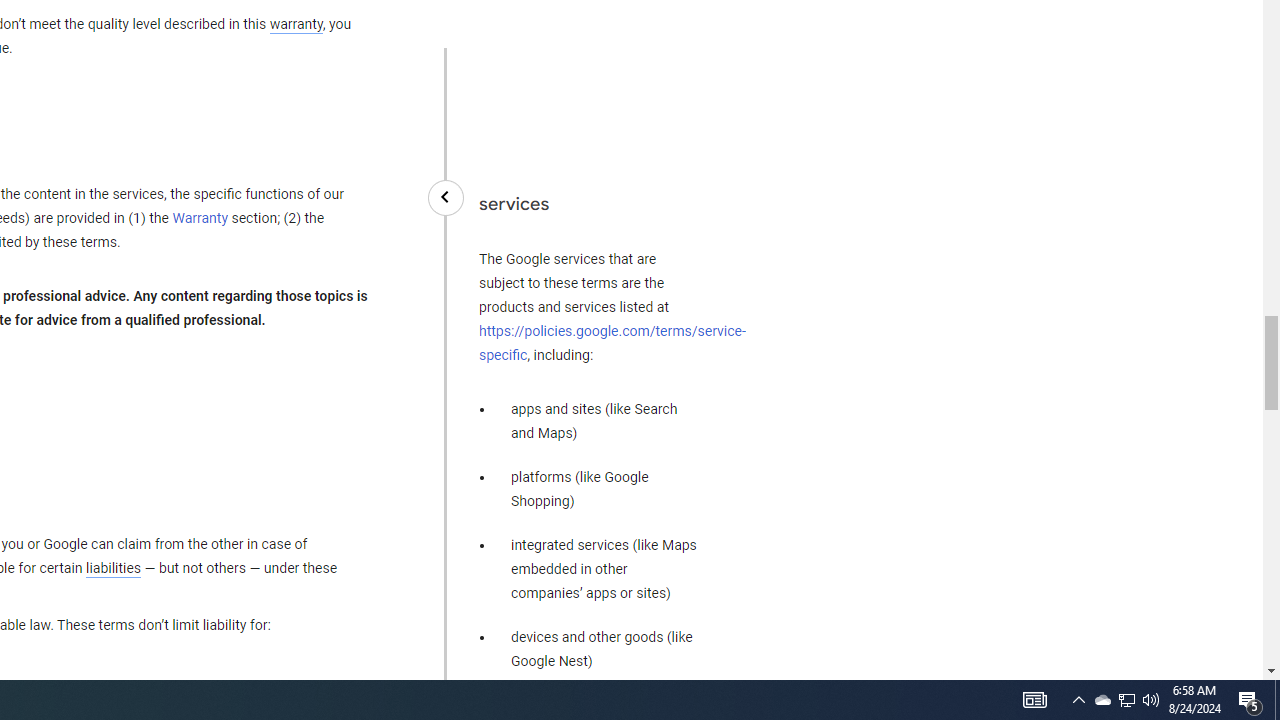 This screenshot has width=1280, height=720. Describe the element at coordinates (112, 568) in the screenshot. I see `'liabilities'` at that location.